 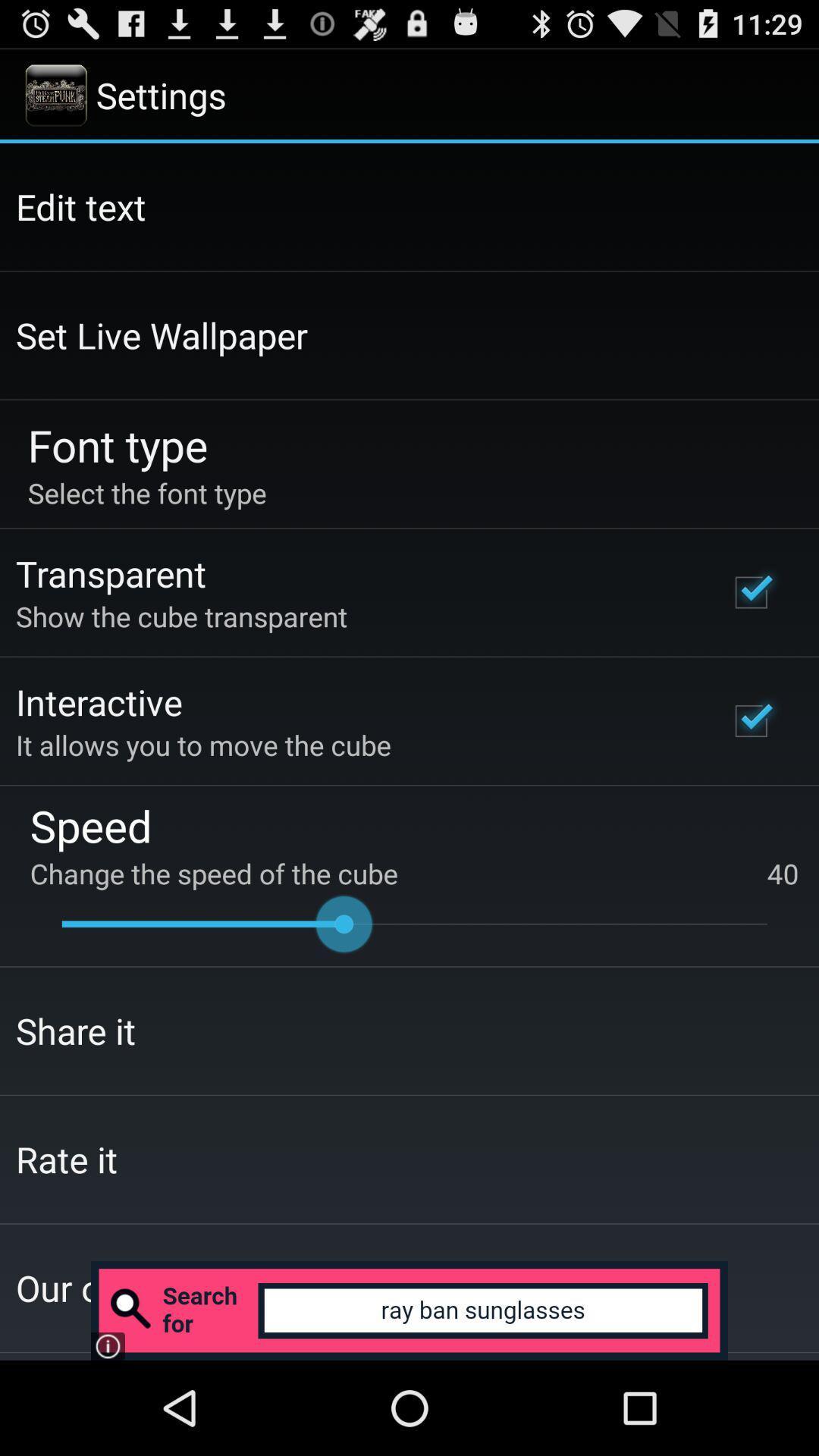 I want to click on the icon above it allows you icon, so click(x=99, y=701).